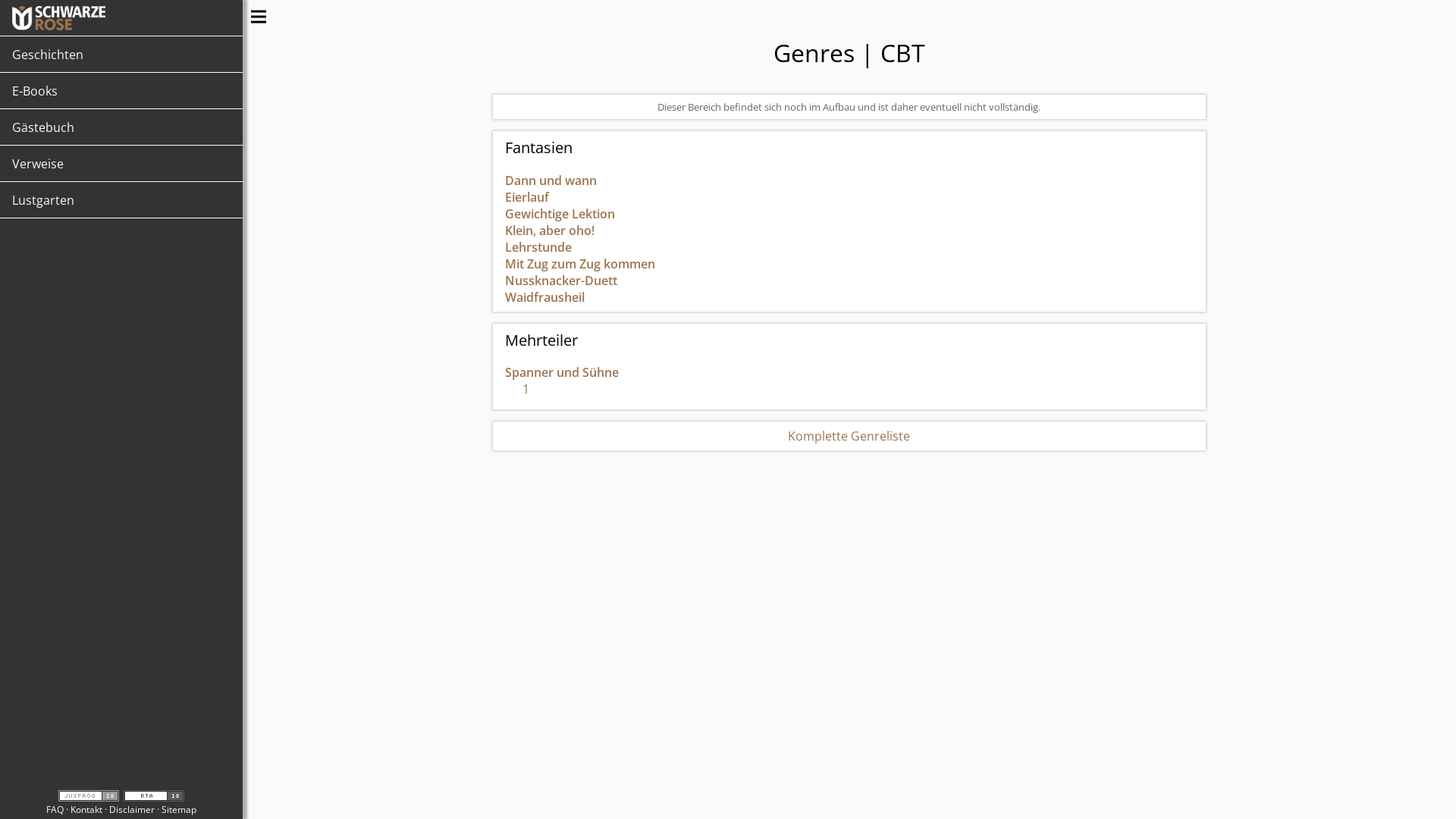 The height and width of the screenshot is (819, 1456). What do you see at coordinates (579, 262) in the screenshot?
I see `'Mit Zug zum Zug kommen'` at bounding box center [579, 262].